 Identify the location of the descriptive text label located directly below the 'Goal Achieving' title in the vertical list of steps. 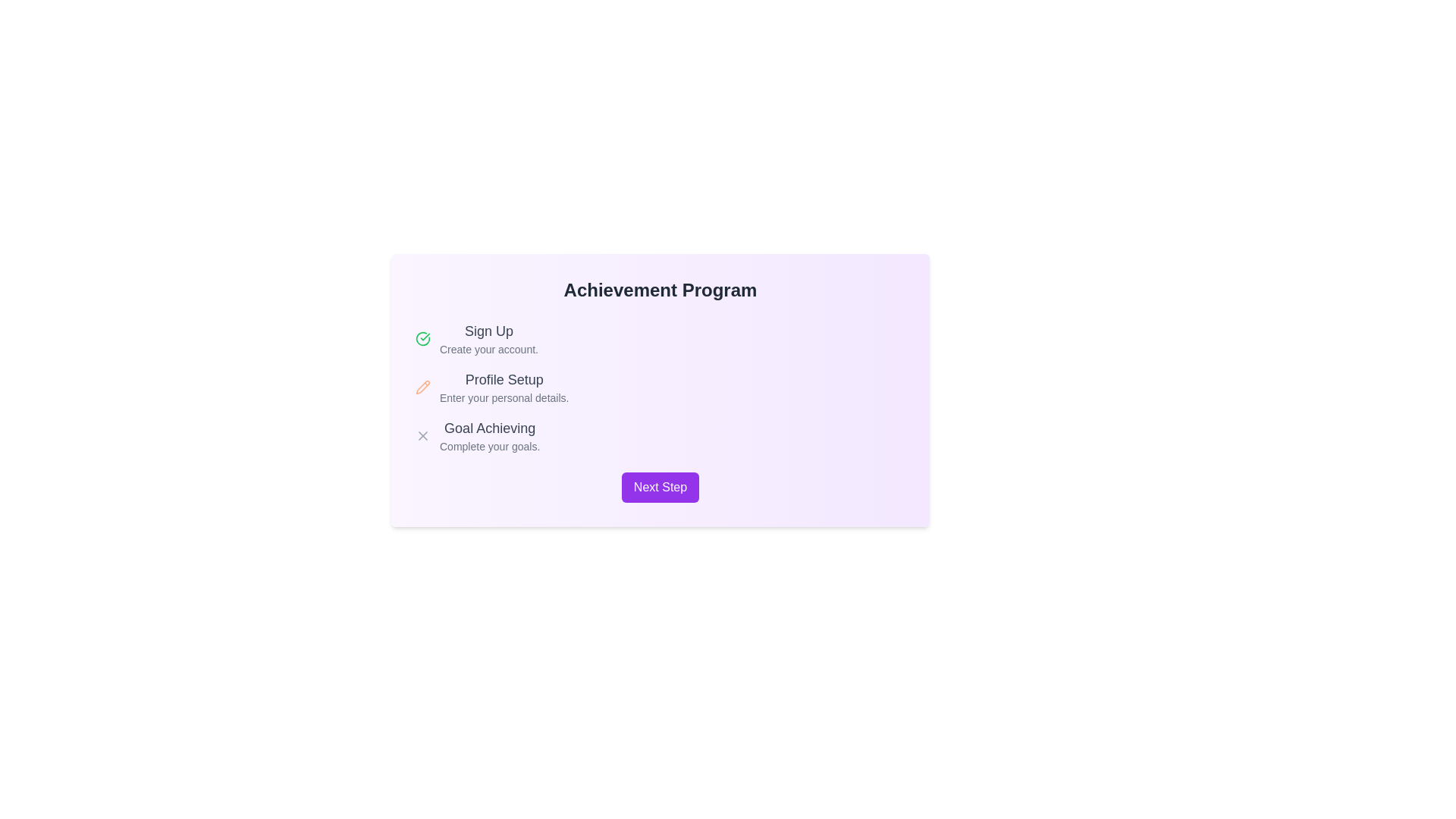
(490, 446).